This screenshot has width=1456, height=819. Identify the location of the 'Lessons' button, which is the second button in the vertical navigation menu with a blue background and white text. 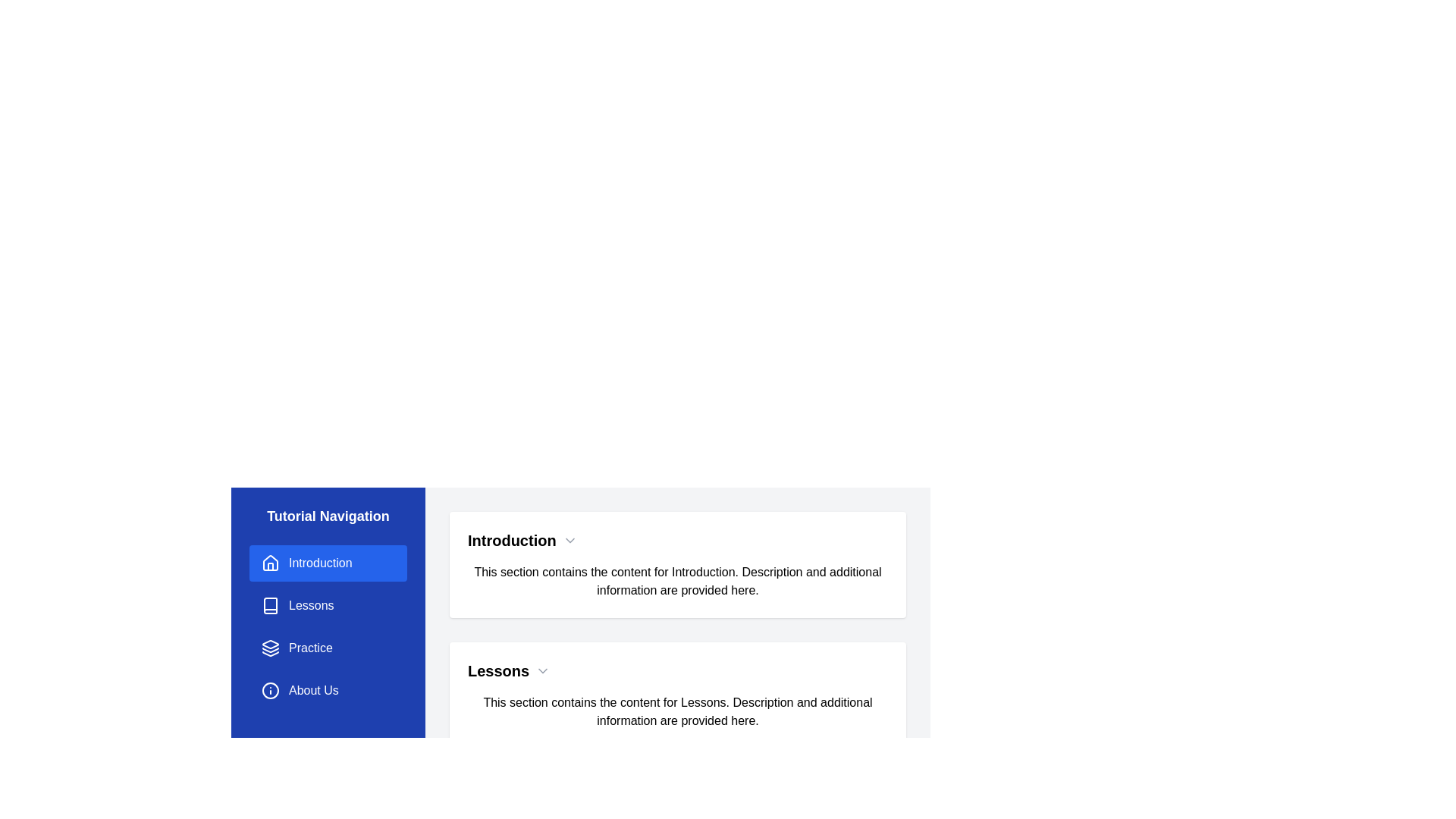
(327, 604).